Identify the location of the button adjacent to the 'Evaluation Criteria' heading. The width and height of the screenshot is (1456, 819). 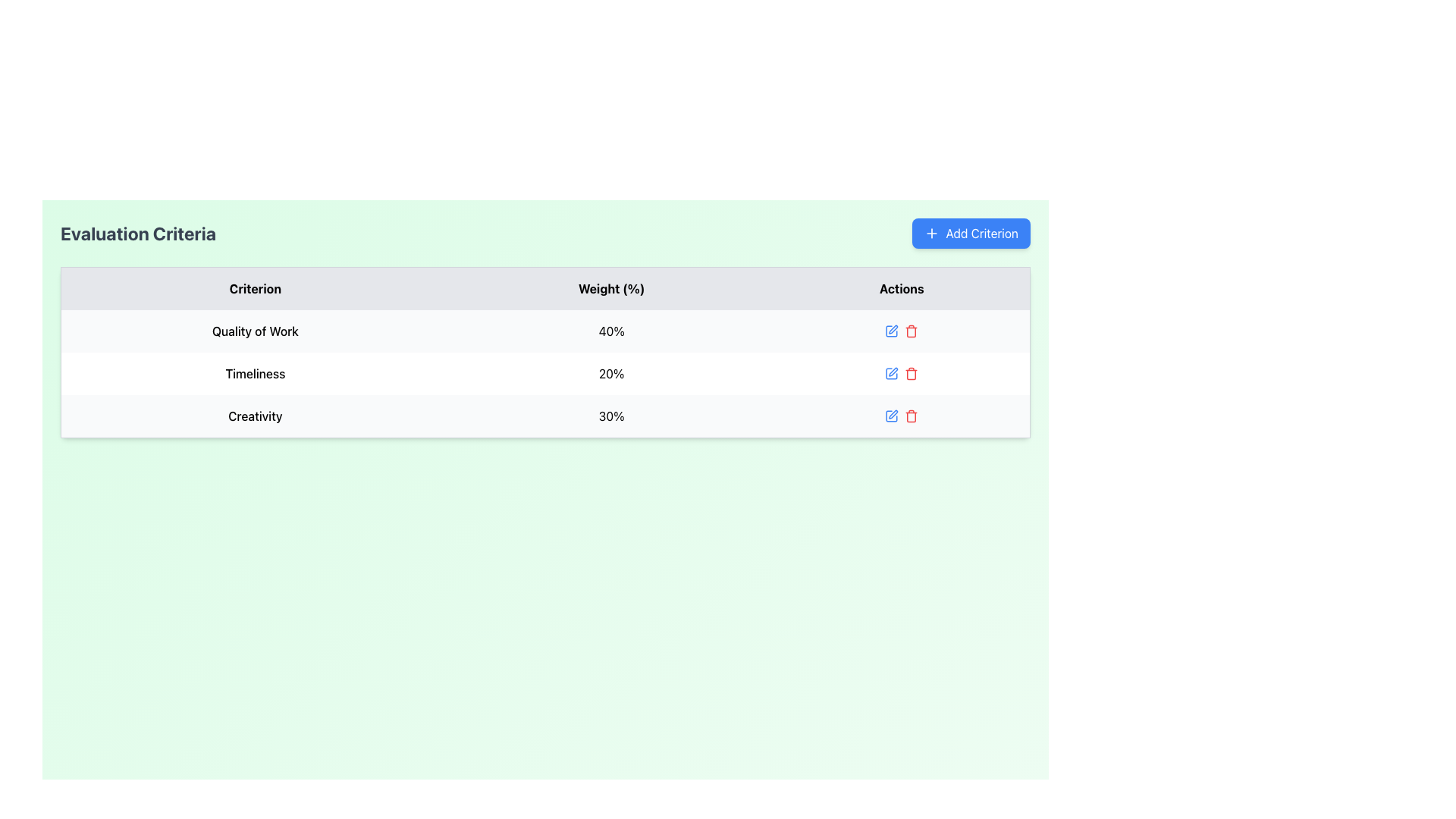
(971, 234).